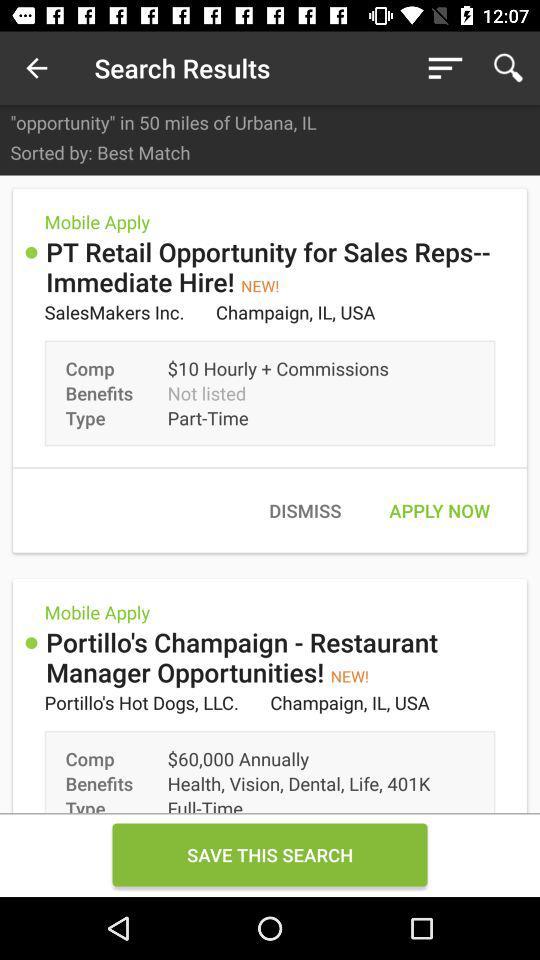  I want to click on item next to search results item, so click(445, 68).